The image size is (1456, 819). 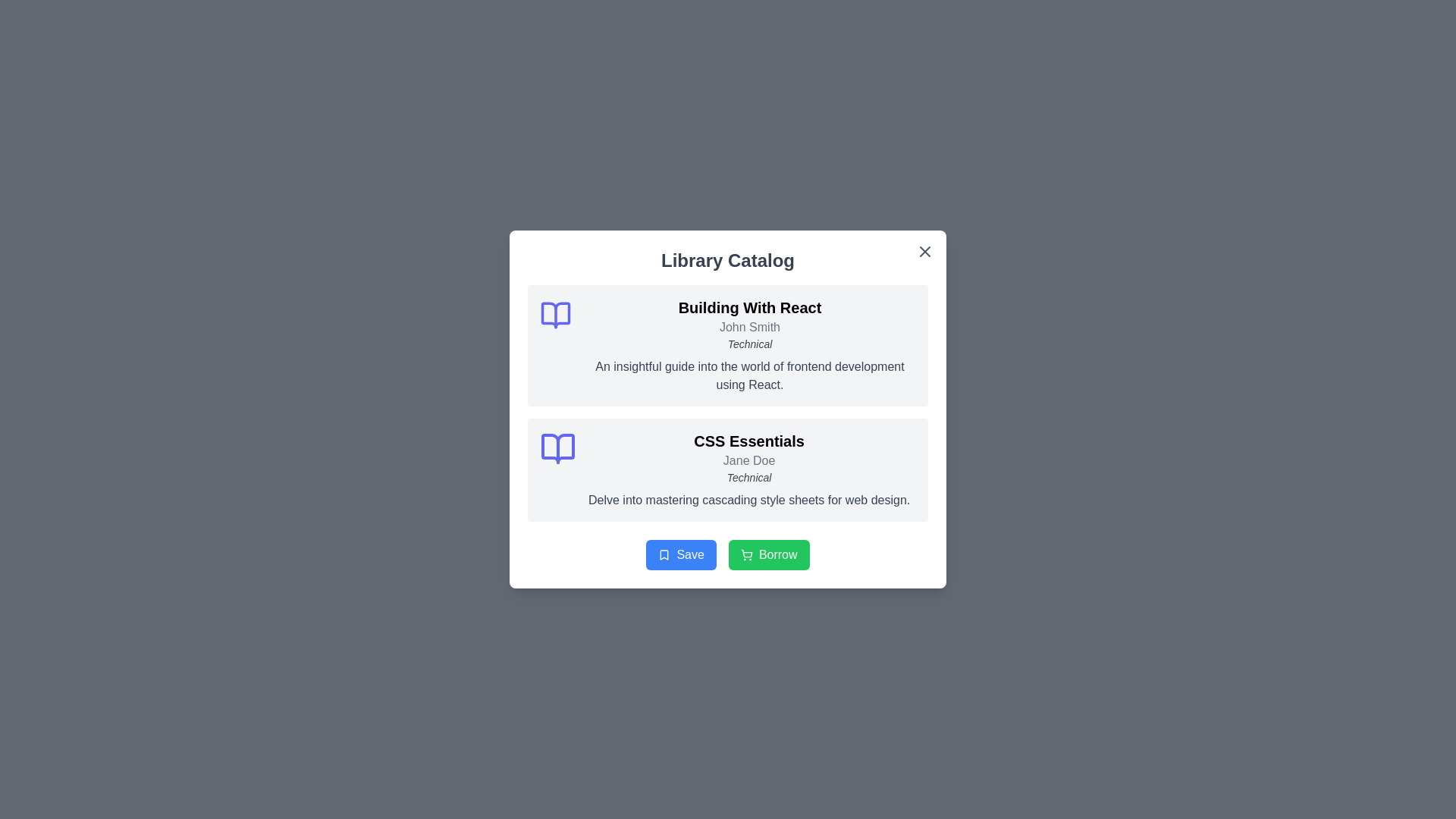 What do you see at coordinates (555, 315) in the screenshot?
I see `the open book icon in the Library Catalog modal, which is the left-most icon in the first book entry box labeled 'Building With React'` at bounding box center [555, 315].